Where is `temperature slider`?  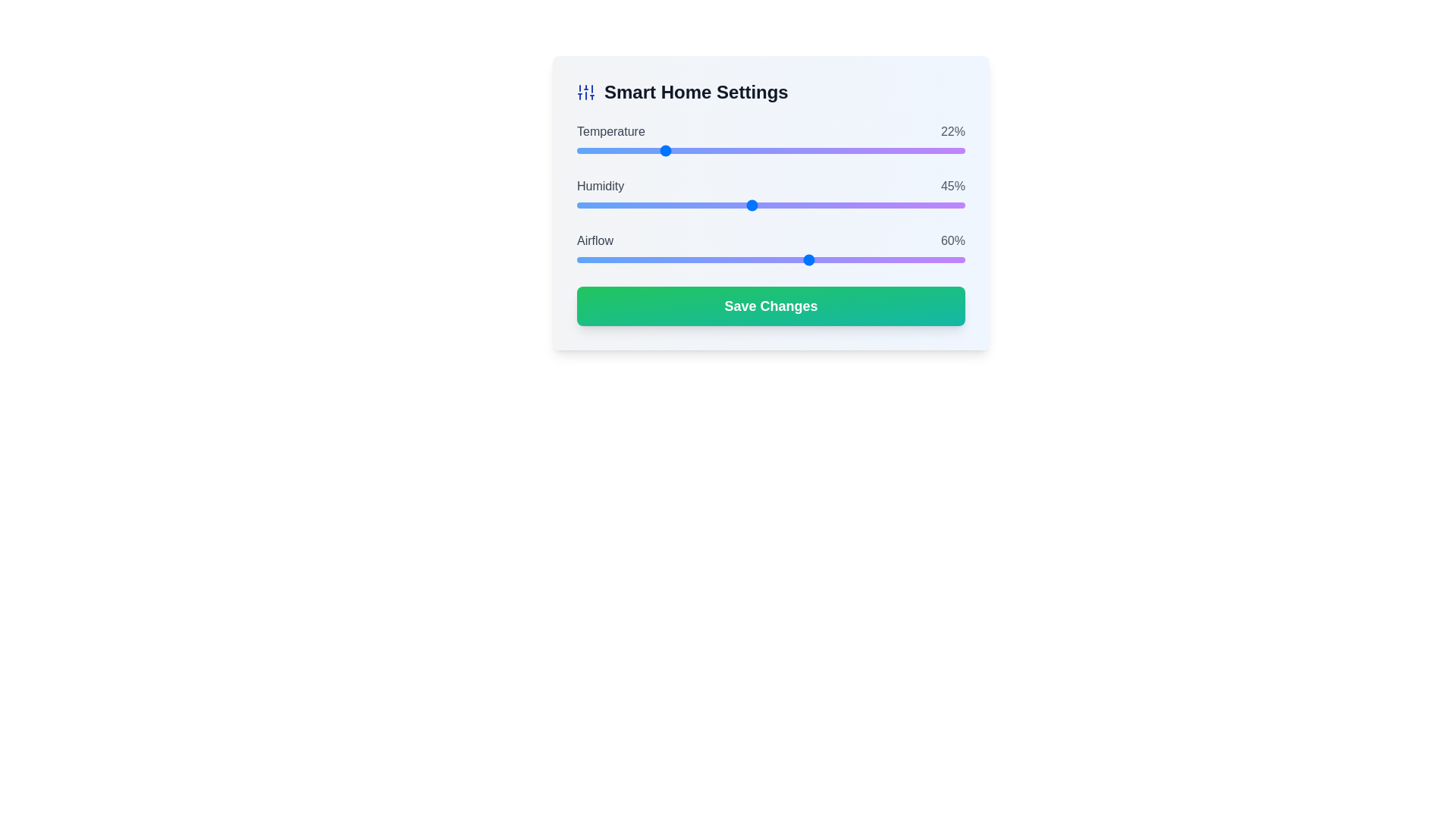
temperature slider is located at coordinates (643, 151).